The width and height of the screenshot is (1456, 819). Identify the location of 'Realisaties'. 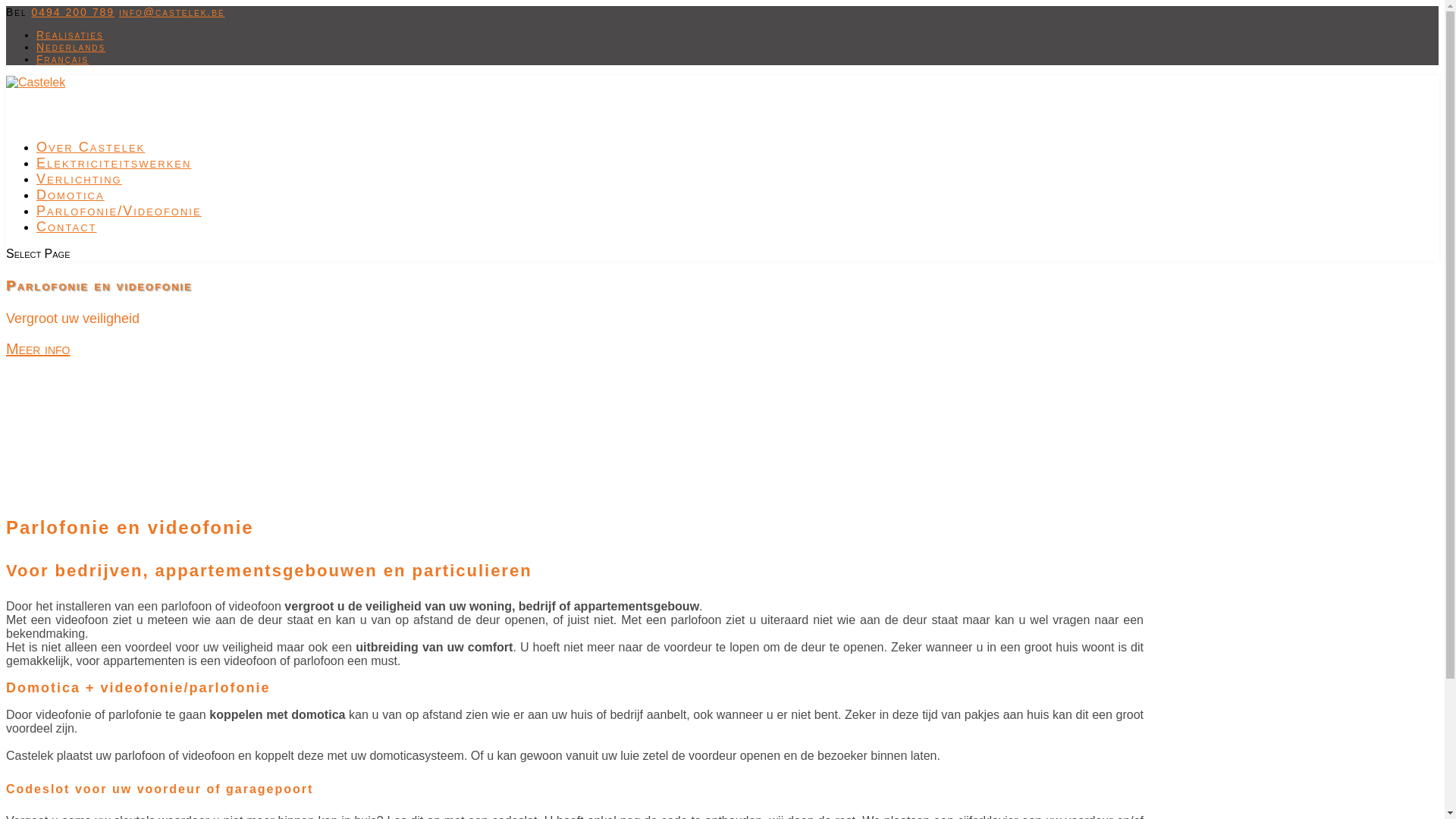
(69, 34).